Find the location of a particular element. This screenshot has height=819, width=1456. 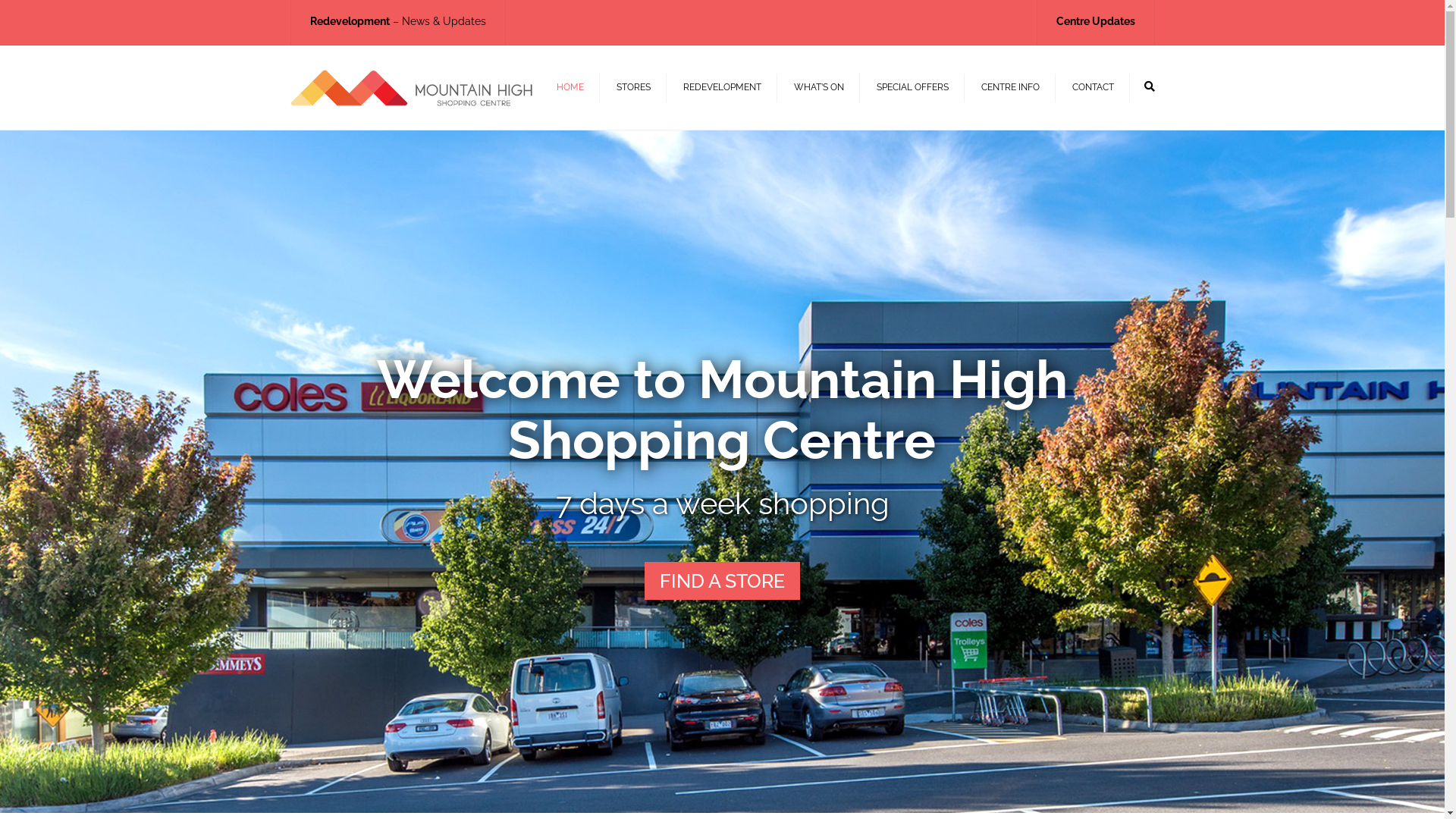

'Centre Updates' is located at coordinates (1095, 20).